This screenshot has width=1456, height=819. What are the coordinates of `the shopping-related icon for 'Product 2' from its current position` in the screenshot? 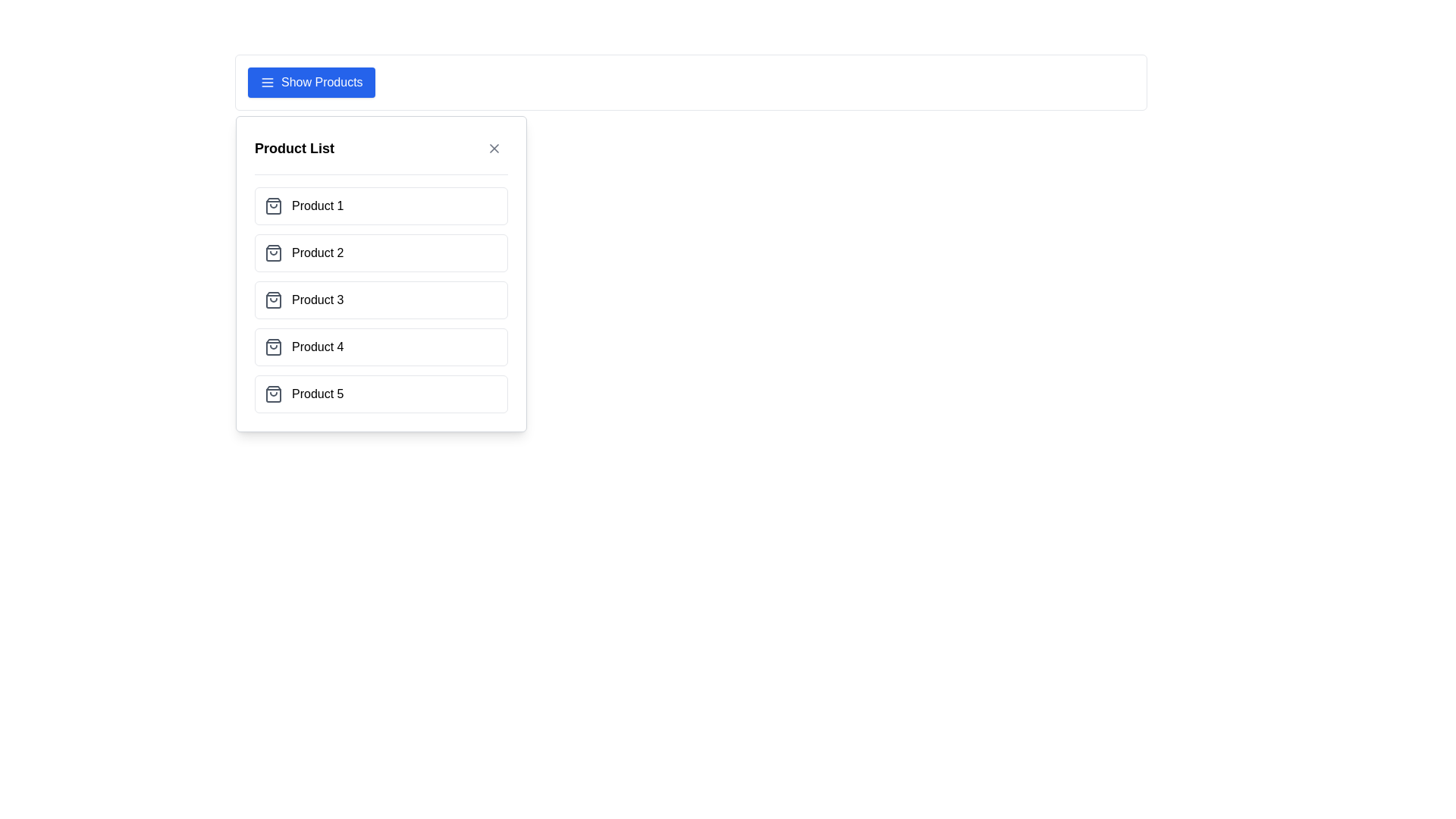 It's located at (273, 253).